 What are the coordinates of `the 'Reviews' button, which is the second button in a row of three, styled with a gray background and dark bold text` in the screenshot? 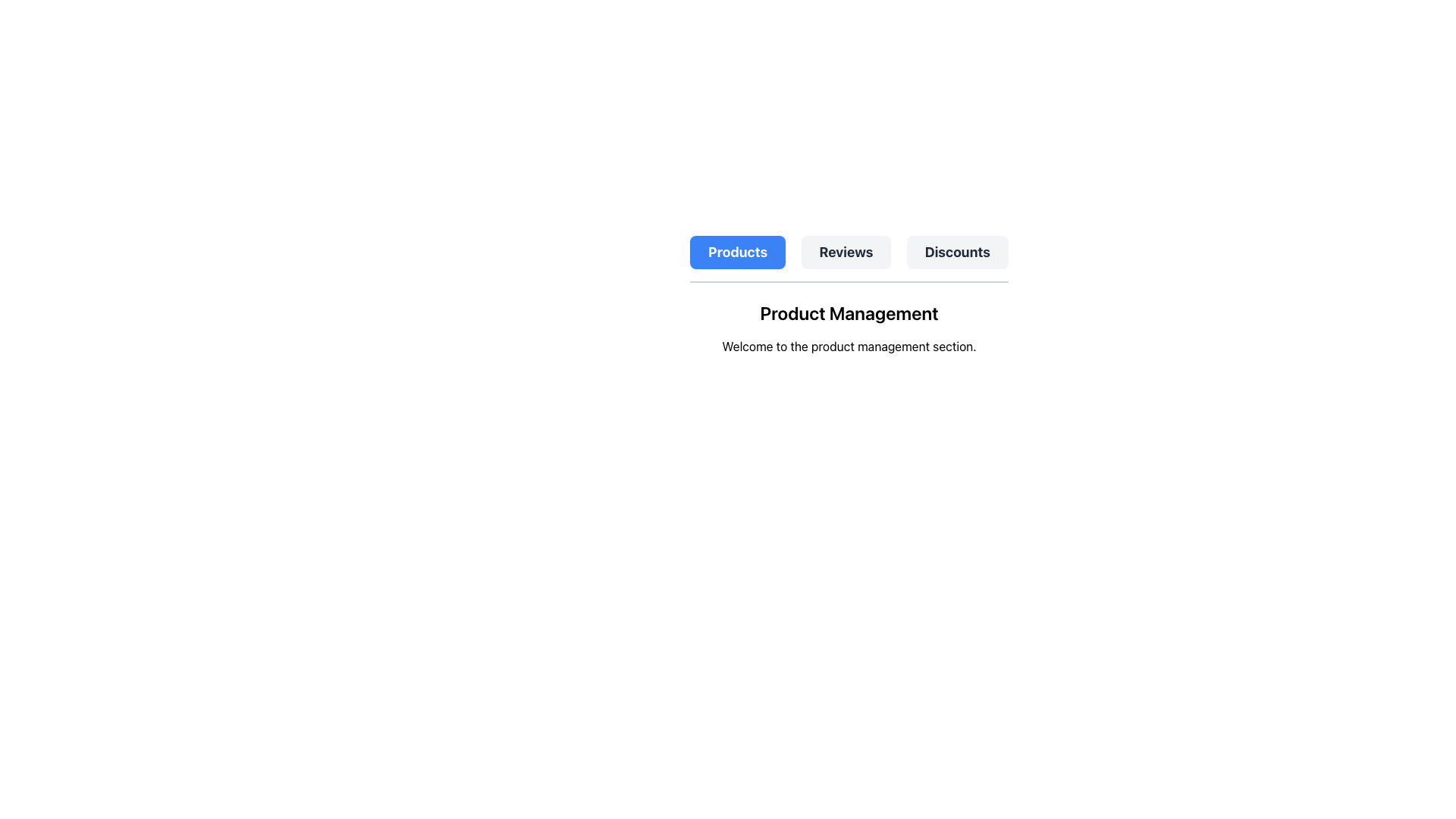 It's located at (845, 251).